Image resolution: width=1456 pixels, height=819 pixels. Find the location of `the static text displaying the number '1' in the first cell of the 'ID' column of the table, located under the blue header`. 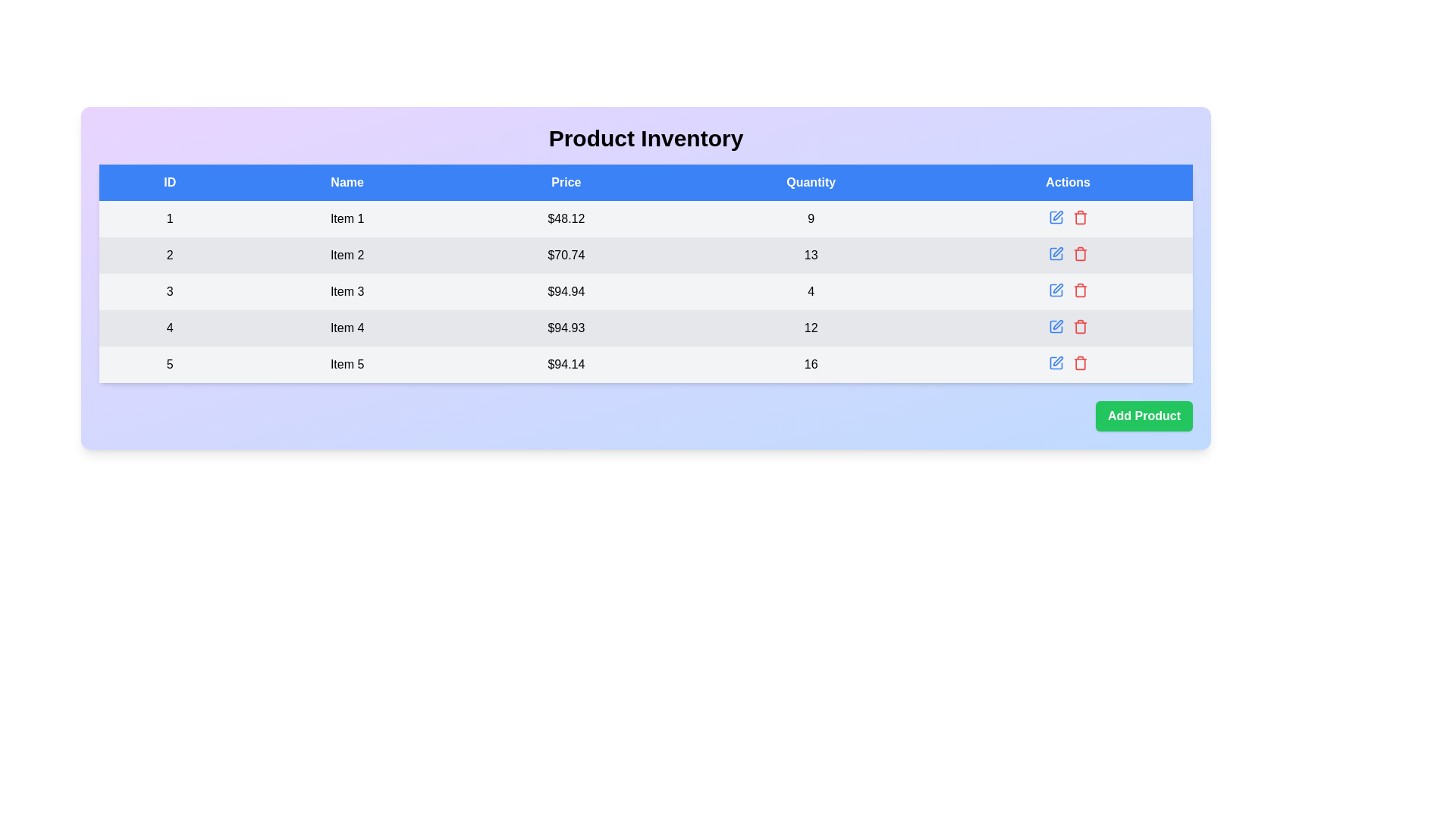

the static text displaying the number '1' in the first cell of the 'ID' column of the table, located under the blue header is located at coordinates (170, 219).